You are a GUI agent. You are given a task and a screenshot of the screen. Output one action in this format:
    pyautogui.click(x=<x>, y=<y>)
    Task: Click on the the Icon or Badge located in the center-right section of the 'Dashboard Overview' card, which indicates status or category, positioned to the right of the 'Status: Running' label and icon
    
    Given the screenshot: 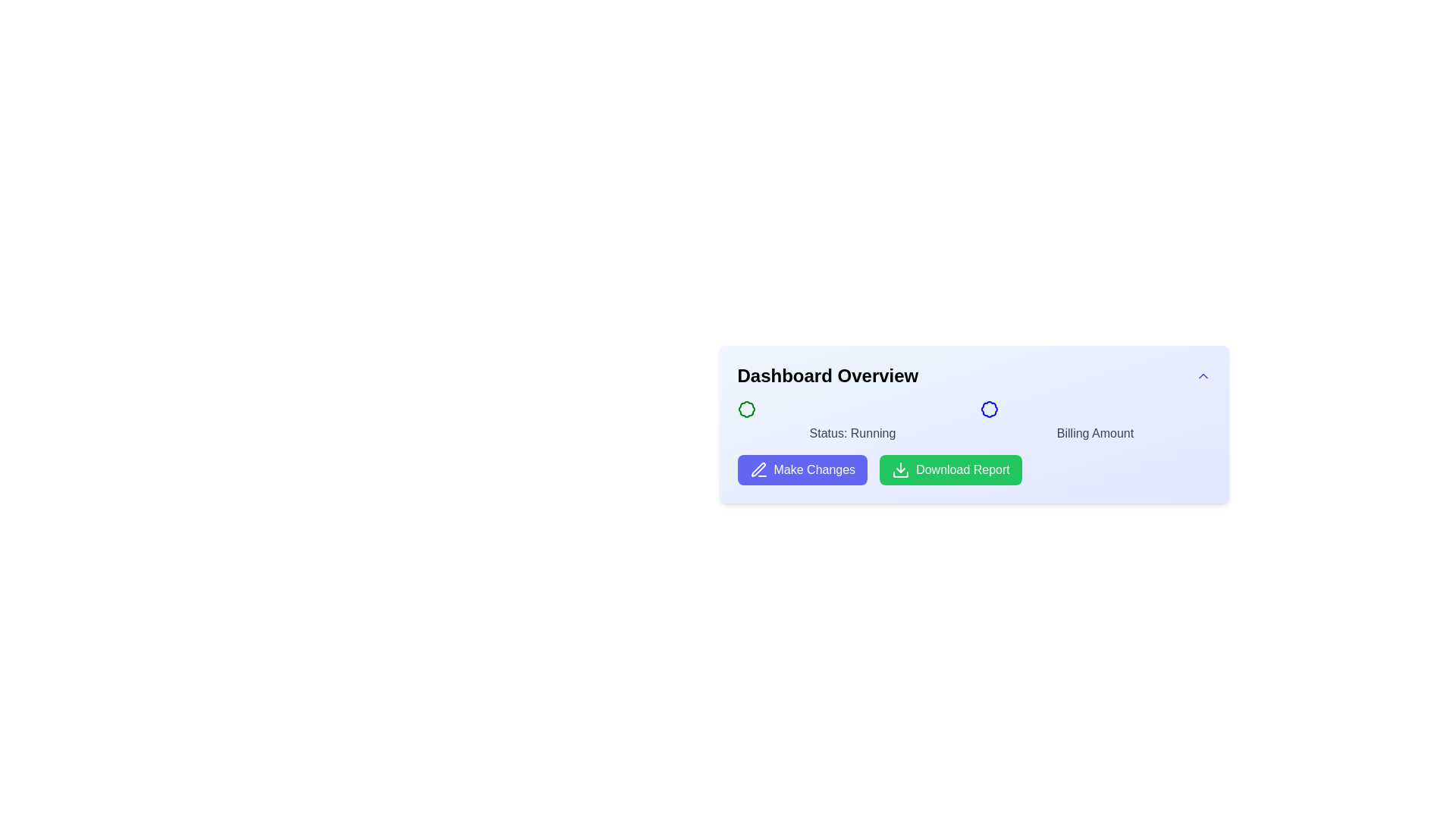 What is the action you would take?
    pyautogui.click(x=989, y=409)
    